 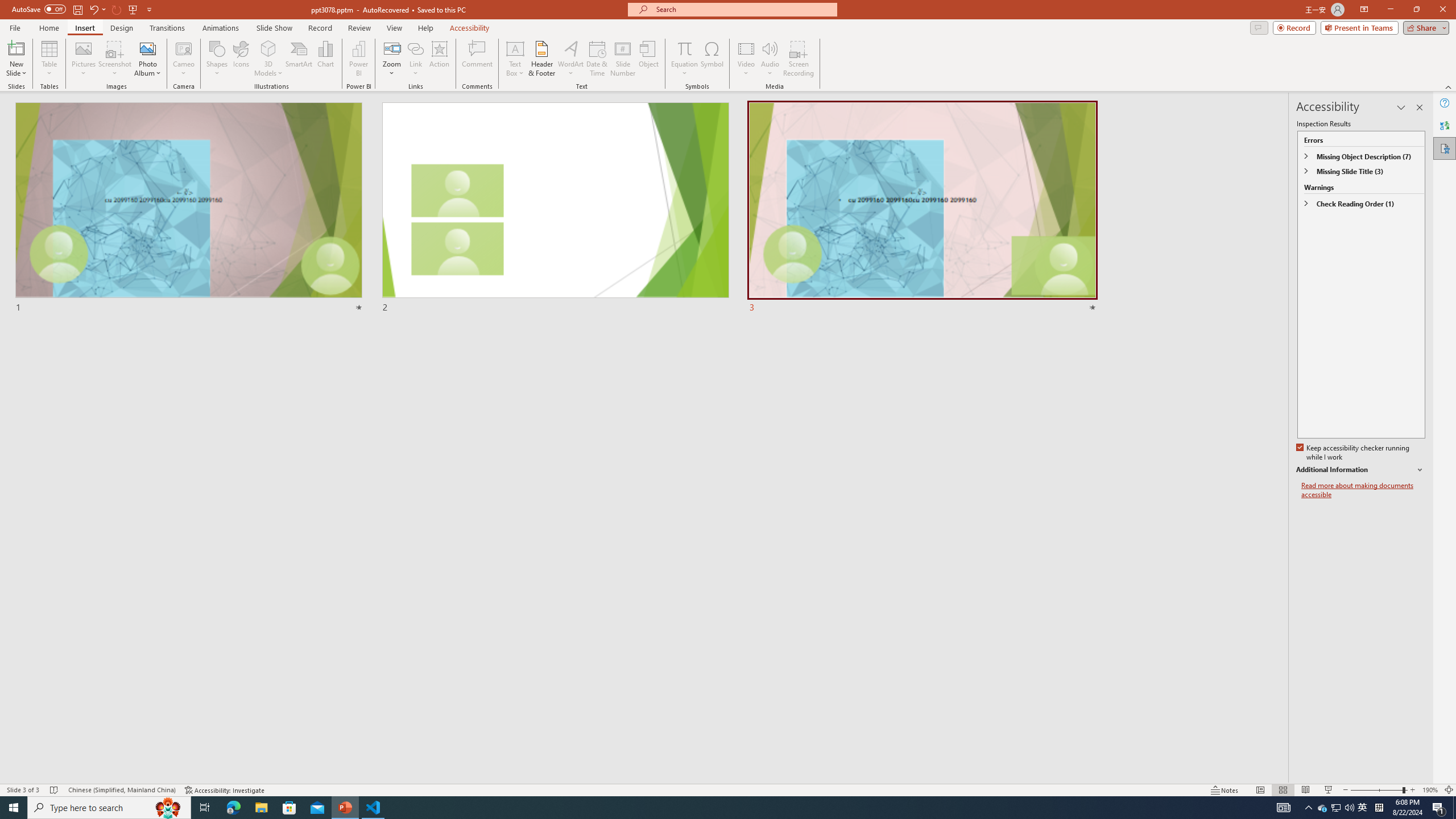 I want to click on 'Link', so click(x=415, y=59).